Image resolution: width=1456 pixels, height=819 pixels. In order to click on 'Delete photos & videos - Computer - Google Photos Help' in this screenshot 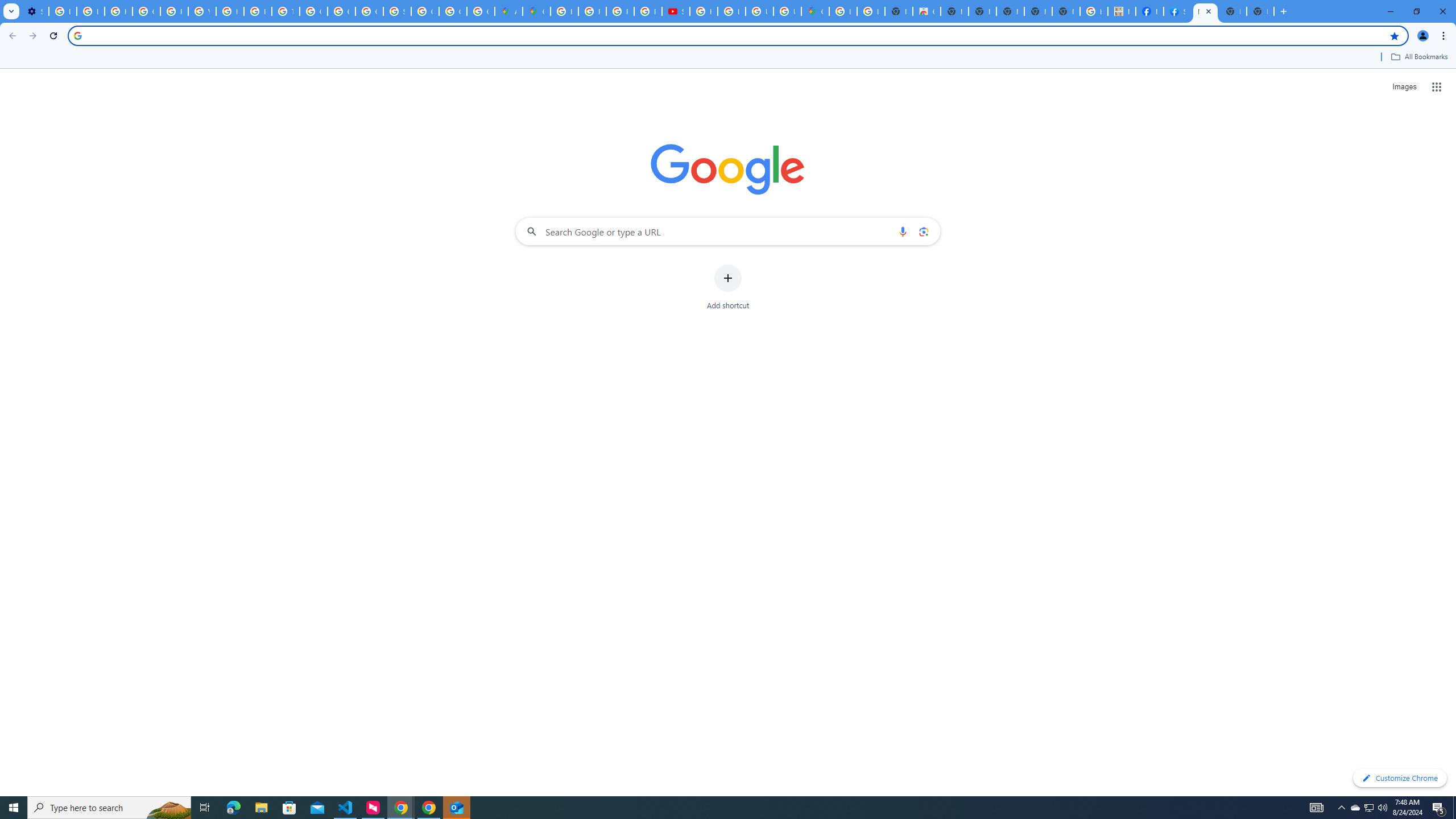, I will do `click(63, 11)`.